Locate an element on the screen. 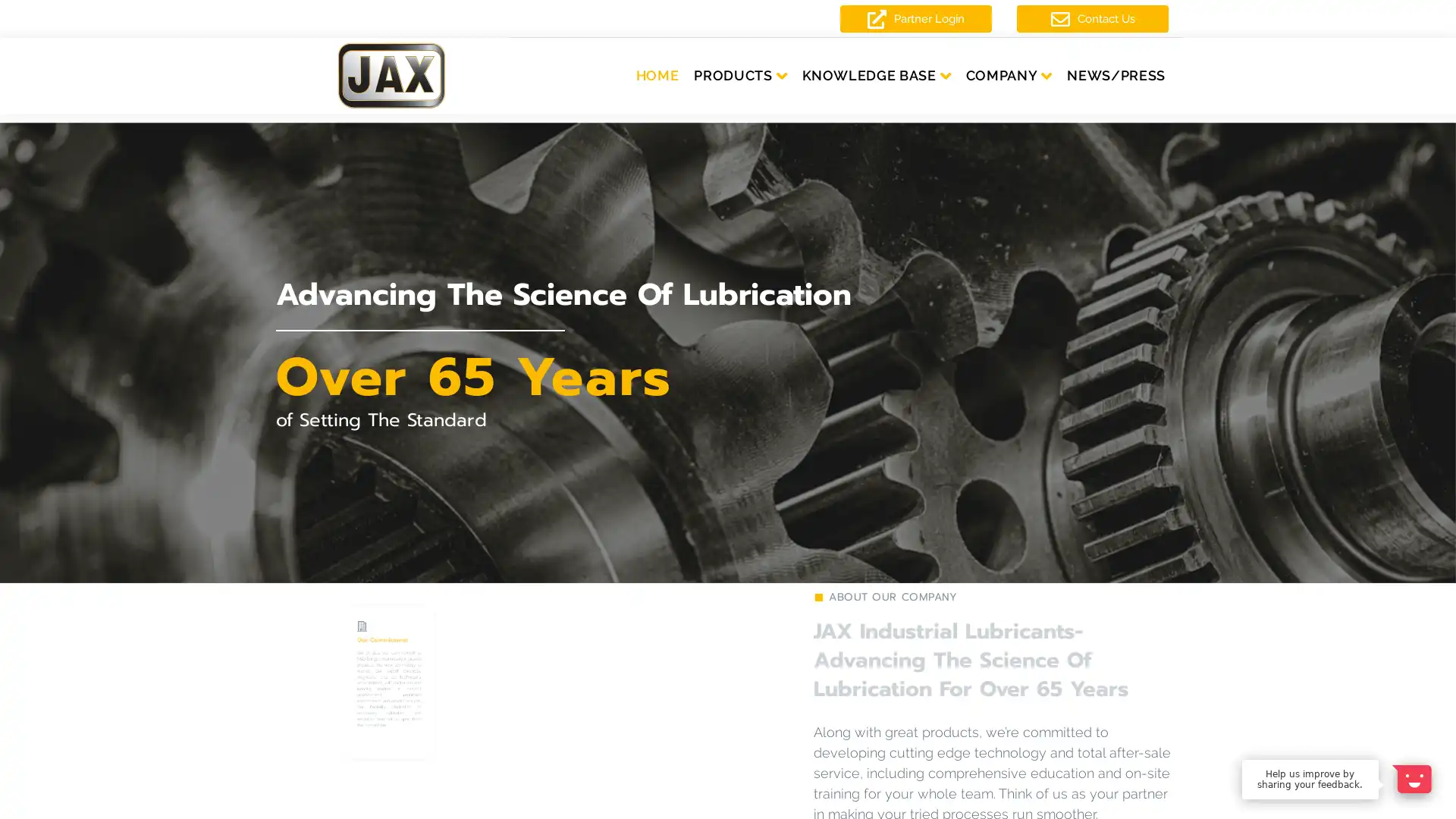  Open is located at coordinates (1410, 778).